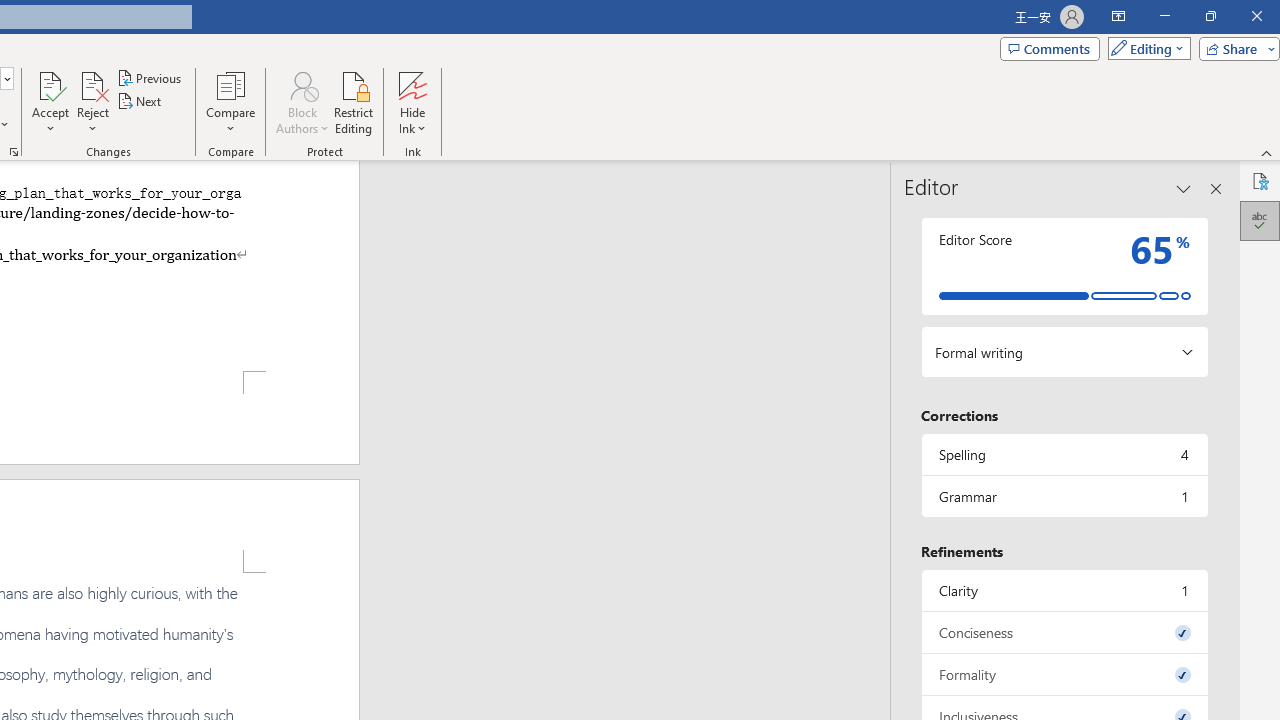  I want to click on 'Grammar, 1 issue. Press space or enter to review items.', so click(1063, 495).